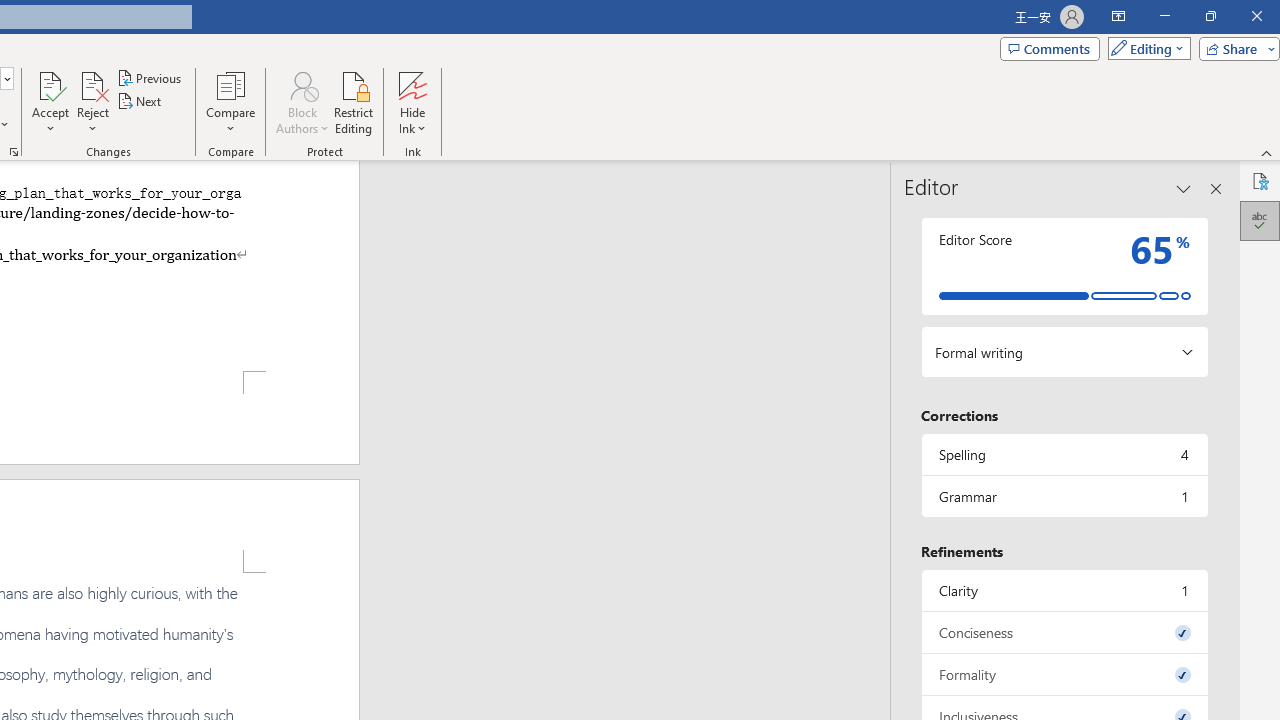  I want to click on 'Grammar, 1 issue. Press space or enter to review items.', so click(1063, 495).